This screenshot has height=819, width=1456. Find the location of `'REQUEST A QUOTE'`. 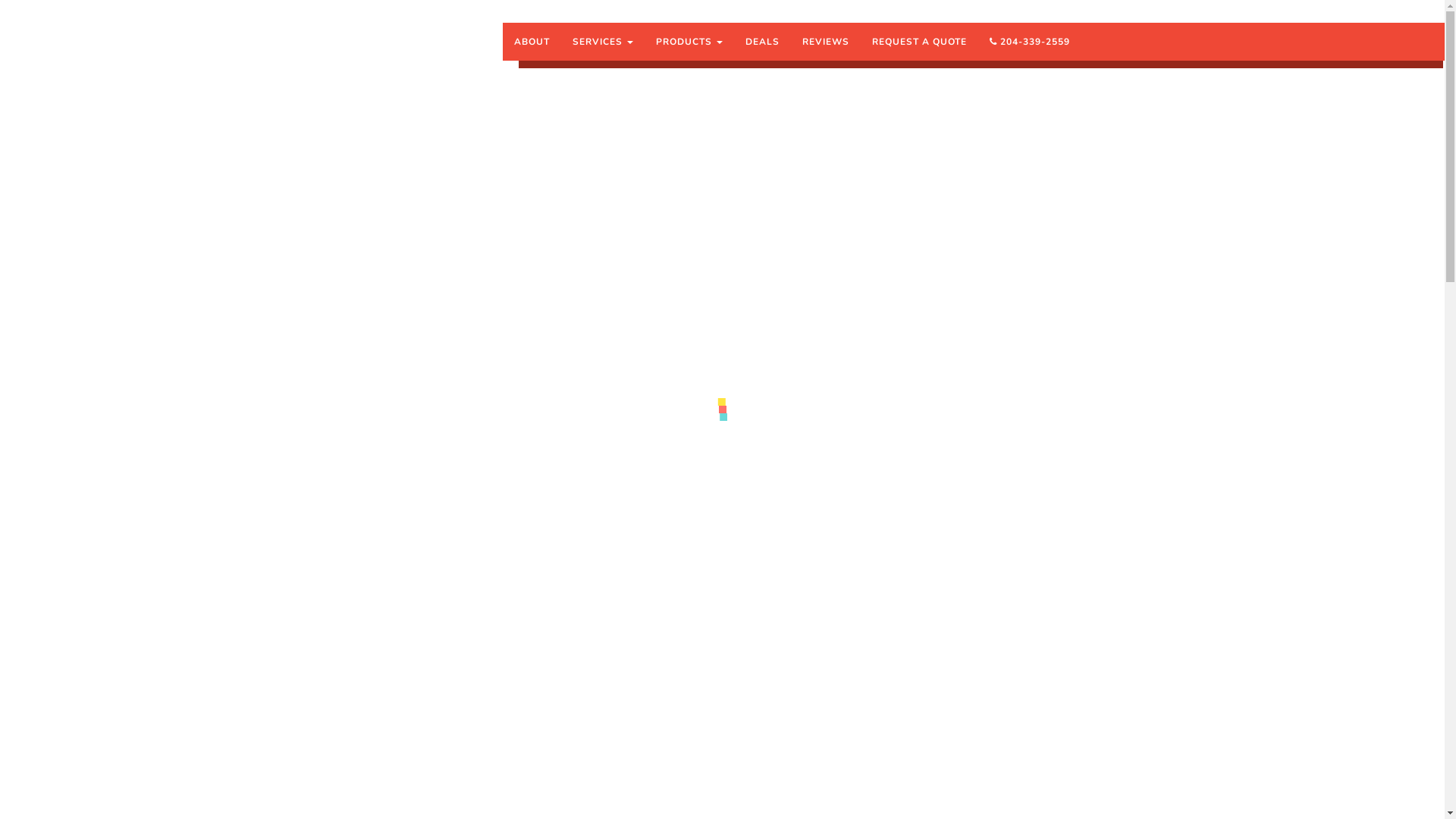

'REQUEST A QUOTE' is located at coordinates (918, 40).